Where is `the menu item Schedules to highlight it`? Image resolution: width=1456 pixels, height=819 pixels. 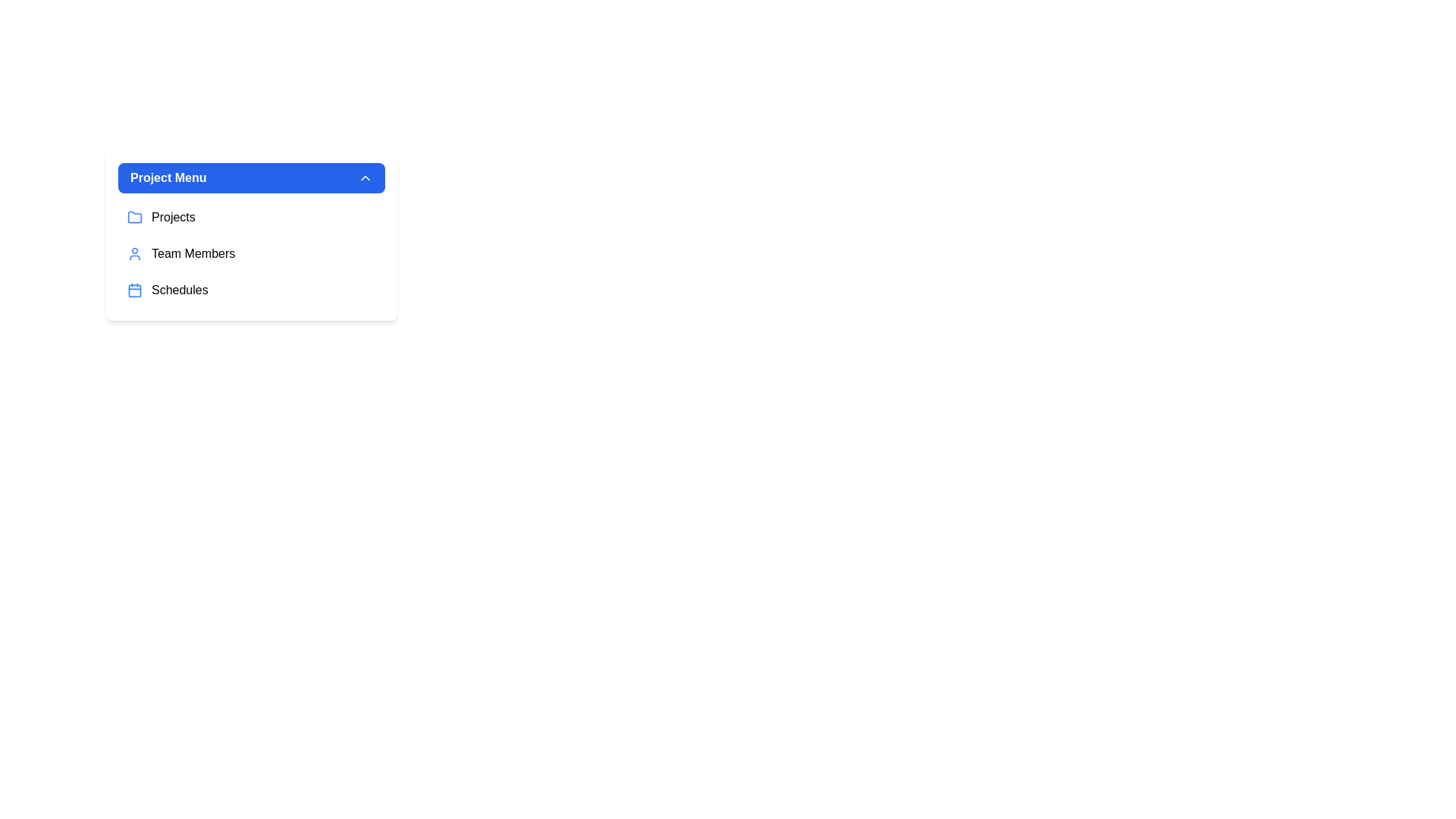
the menu item Schedules to highlight it is located at coordinates (251, 290).